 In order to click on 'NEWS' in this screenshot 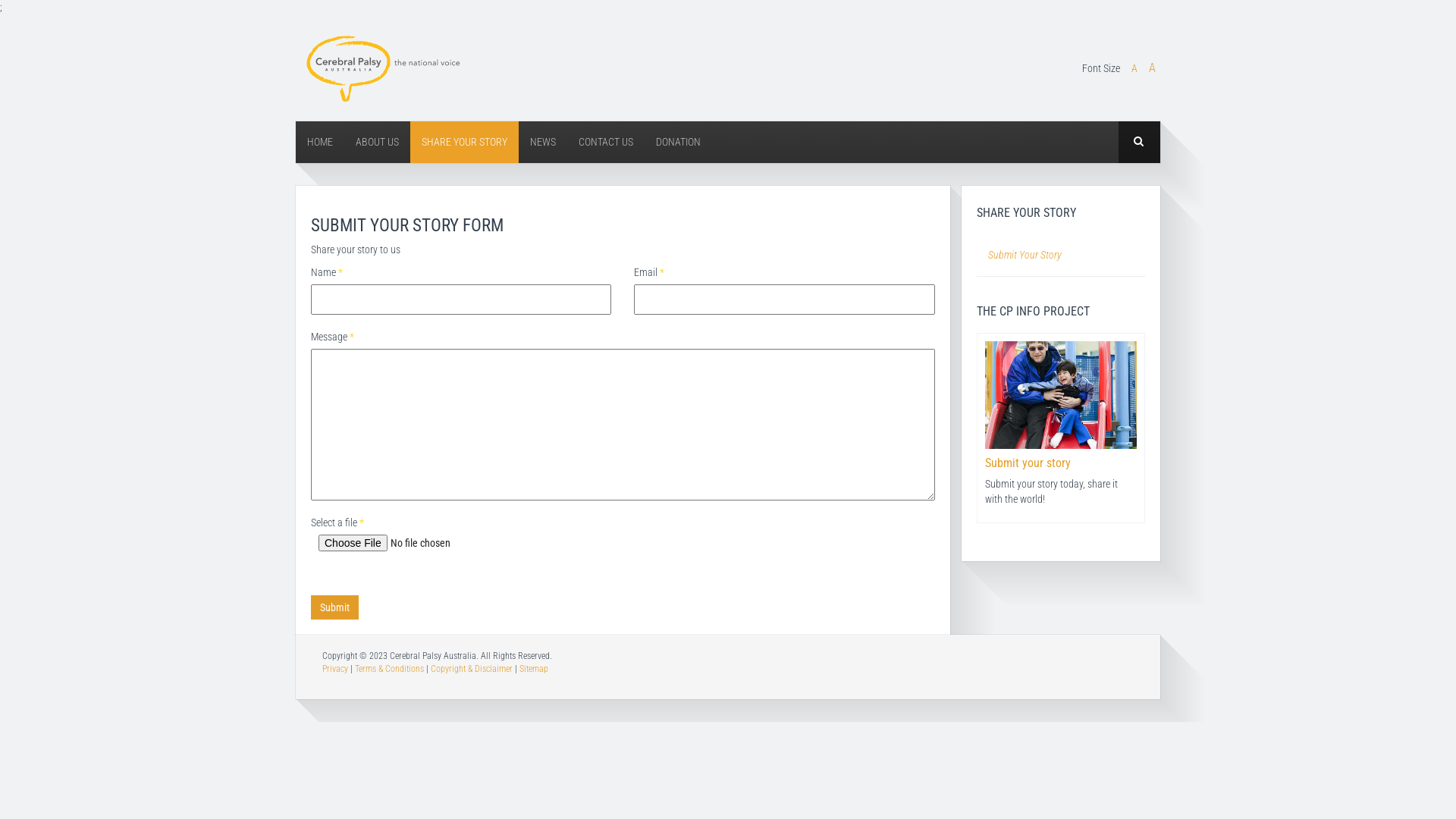, I will do `click(519, 142)`.